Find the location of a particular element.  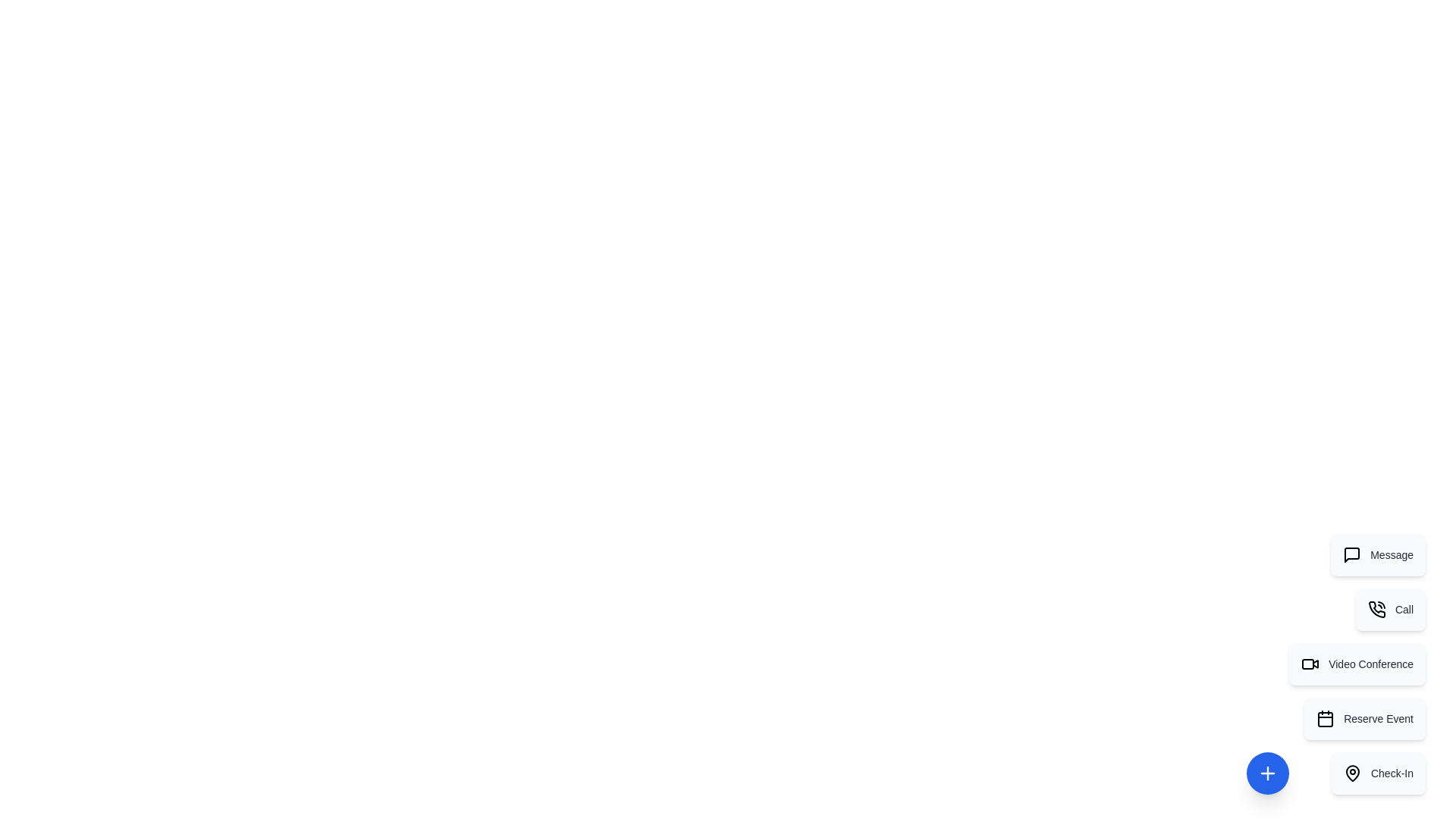

the action item labeled Check-In is located at coordinates (1379, 773).